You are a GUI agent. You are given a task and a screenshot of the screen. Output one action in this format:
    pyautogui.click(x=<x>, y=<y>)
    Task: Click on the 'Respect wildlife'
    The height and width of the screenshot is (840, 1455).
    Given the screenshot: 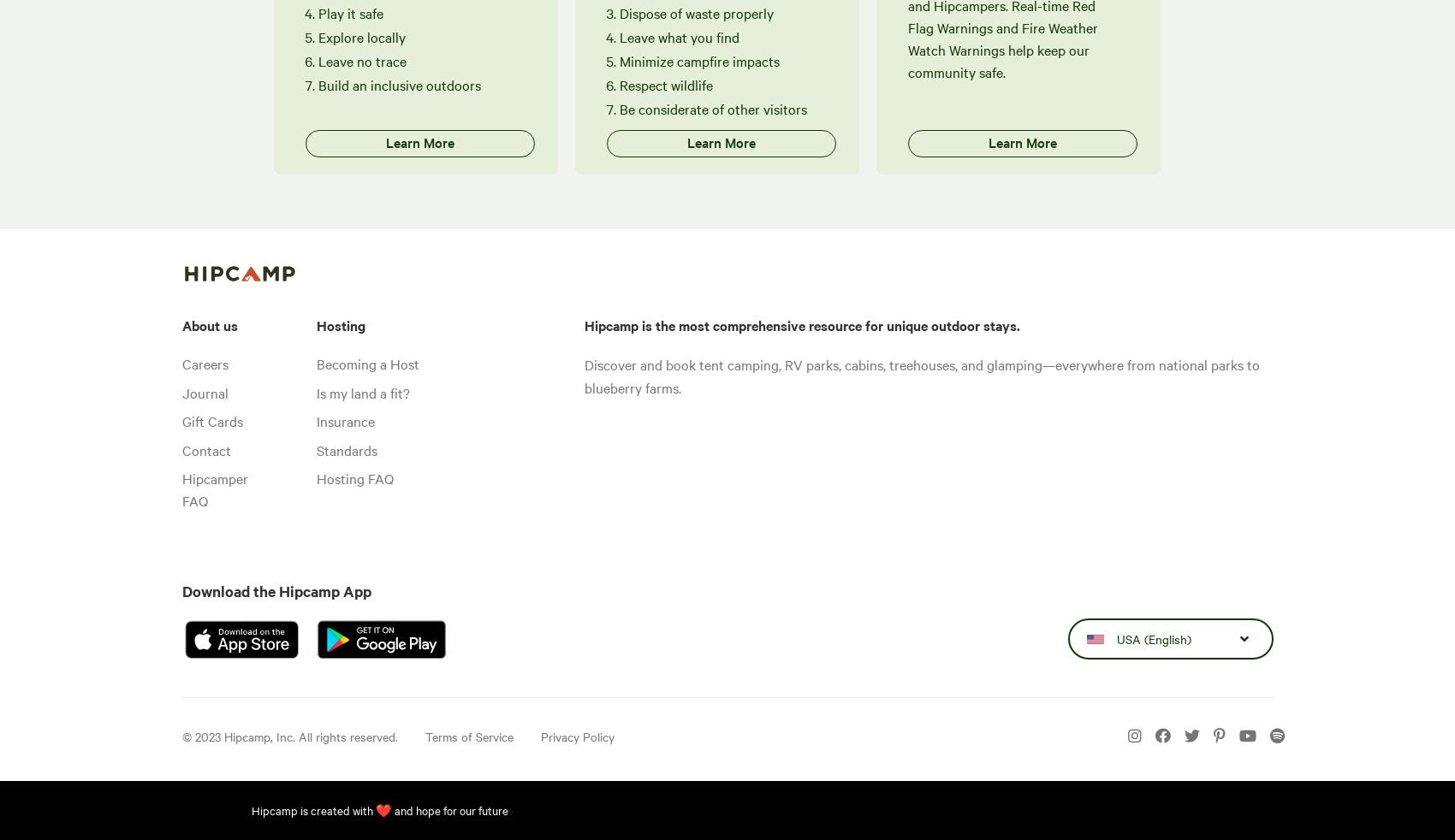 What is the action you would take?
    pyautogui.click(x=665, y=83)
    